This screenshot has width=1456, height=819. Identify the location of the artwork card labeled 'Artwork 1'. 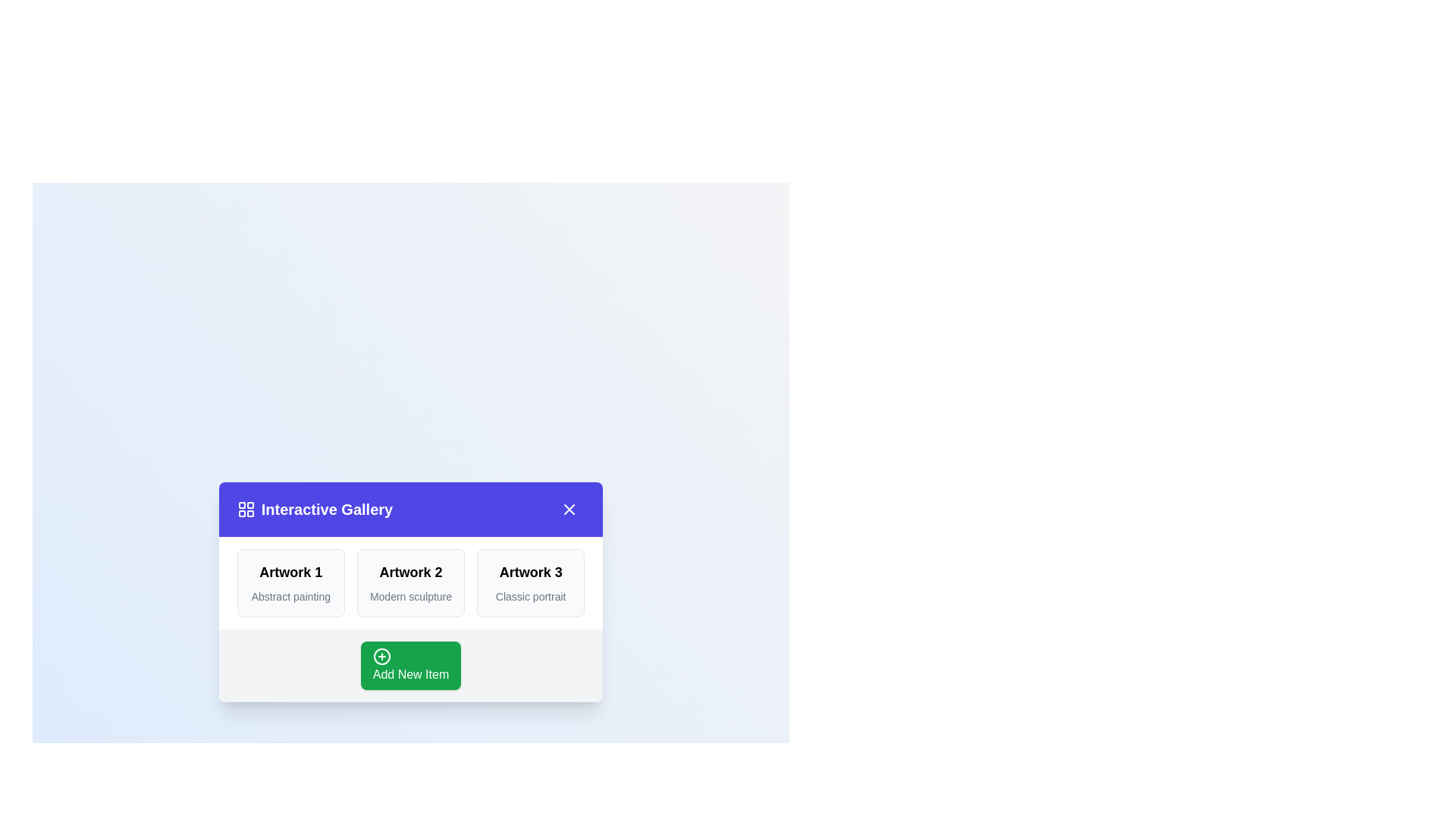
(290, 582).